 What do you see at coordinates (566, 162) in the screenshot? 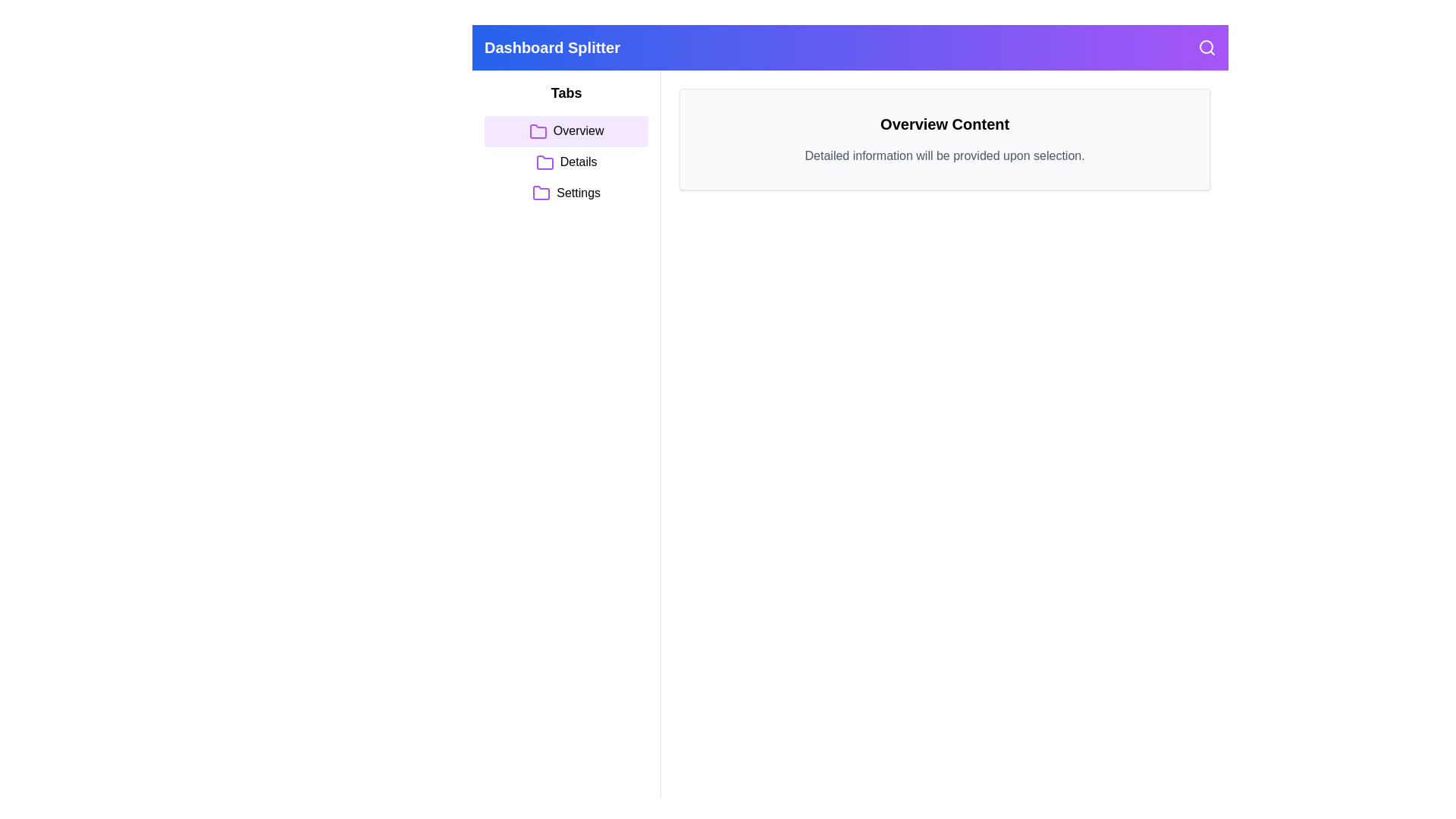
I see `the 'Overview' item in the Navigation Menu which is currently selected and has a purple background` at bounding box center [566, 162].